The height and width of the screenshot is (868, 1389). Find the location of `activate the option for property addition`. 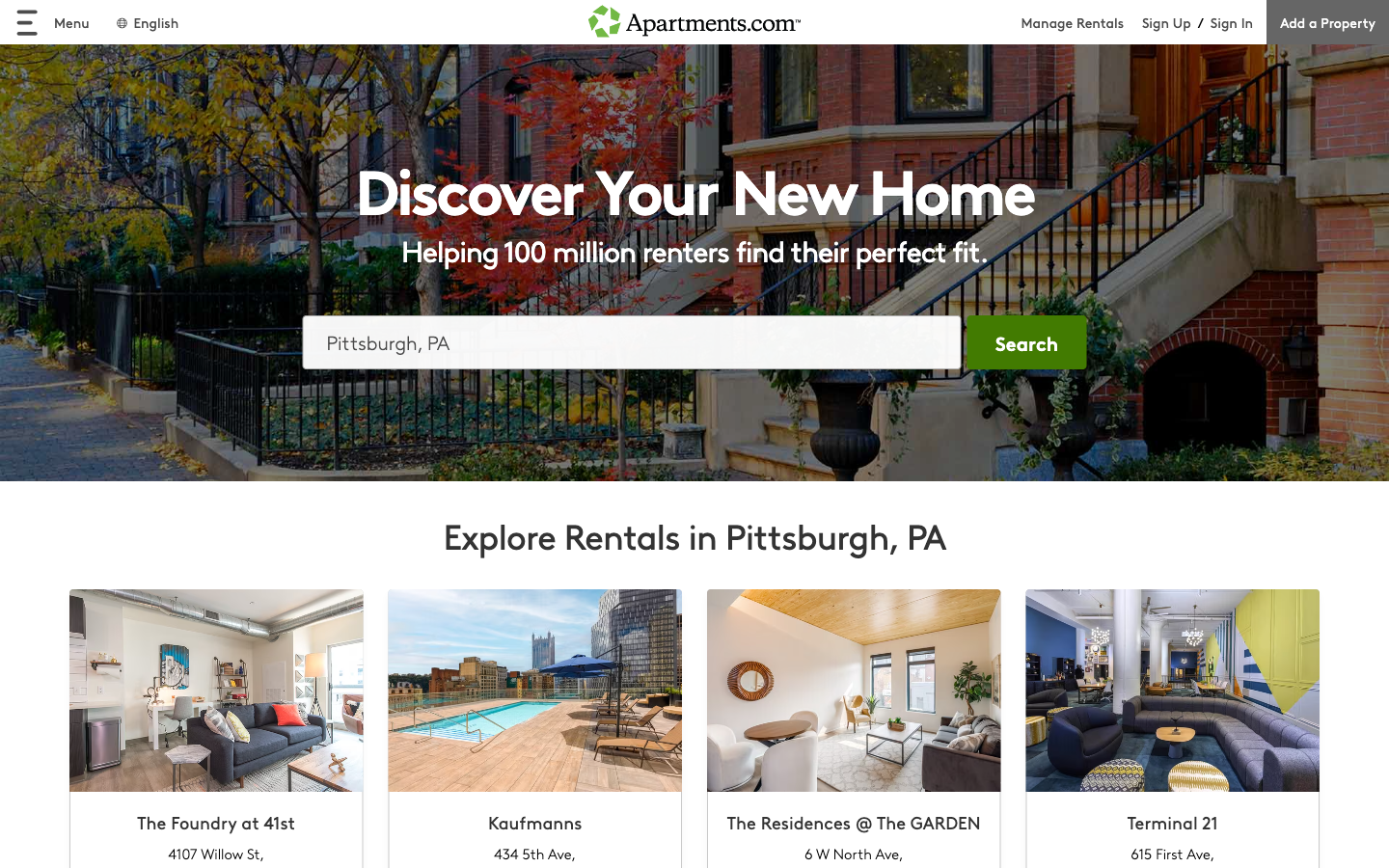

activate the option for property addition is located at coordinates (1326, 21).